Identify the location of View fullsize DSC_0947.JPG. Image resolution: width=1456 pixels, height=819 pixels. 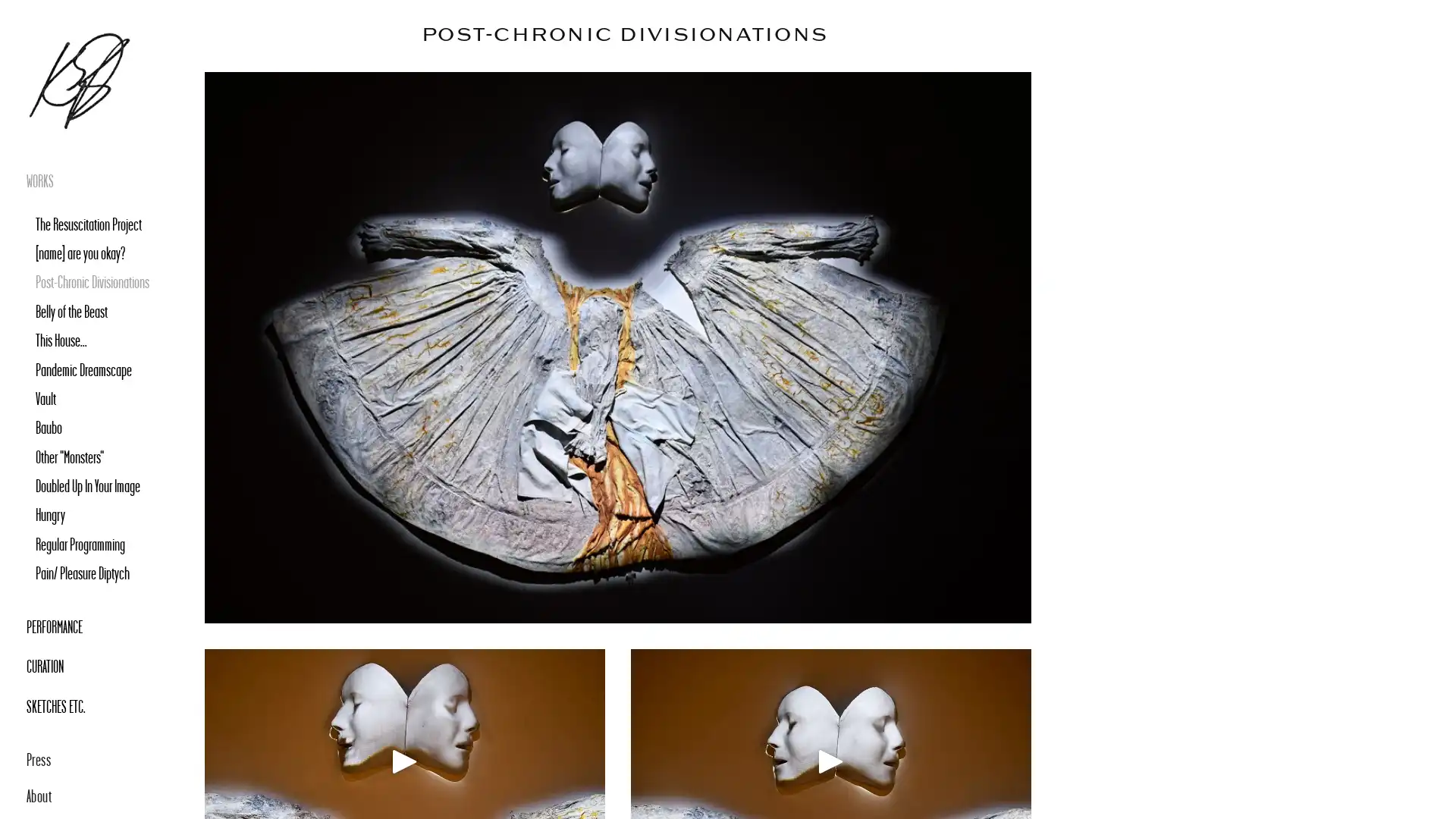
(618, 347).